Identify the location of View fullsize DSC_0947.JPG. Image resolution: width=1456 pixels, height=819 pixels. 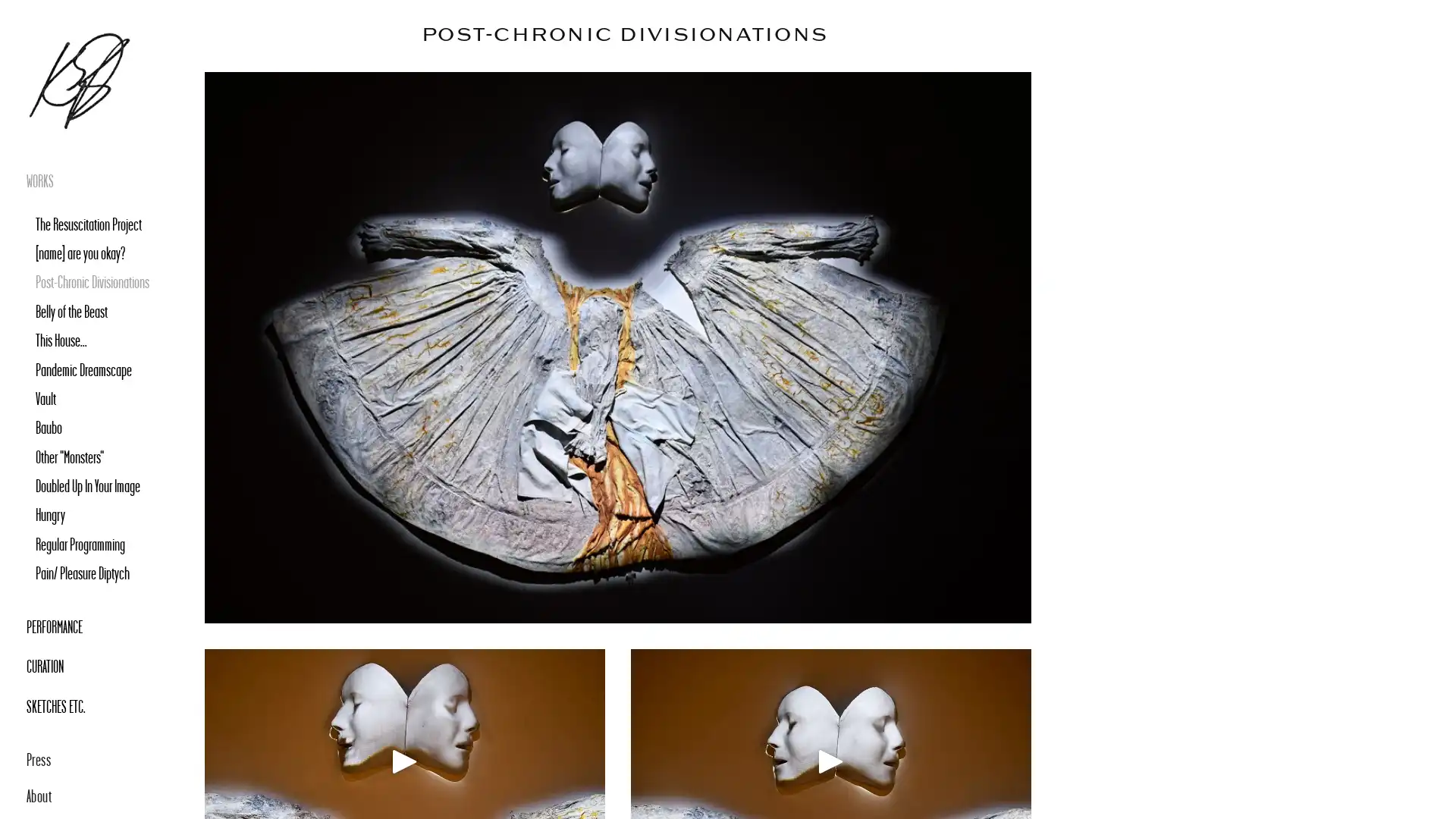
(618, 347).